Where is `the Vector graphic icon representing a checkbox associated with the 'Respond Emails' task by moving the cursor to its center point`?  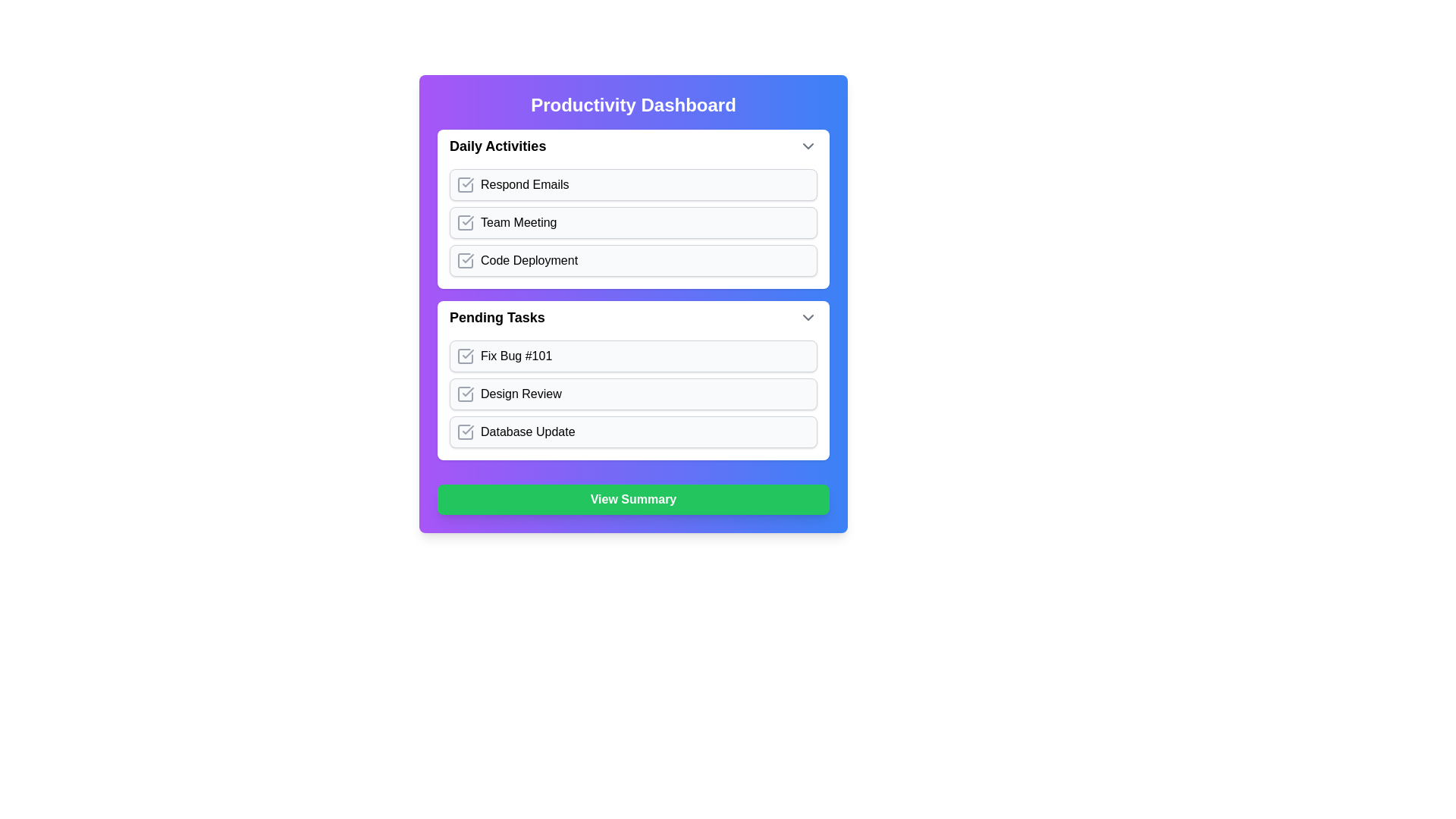
the Vector graphic icon representing a checkbox associated with the 'Respond Emails' task by moving the cursor to its center point is located at coordinates (465, 184).